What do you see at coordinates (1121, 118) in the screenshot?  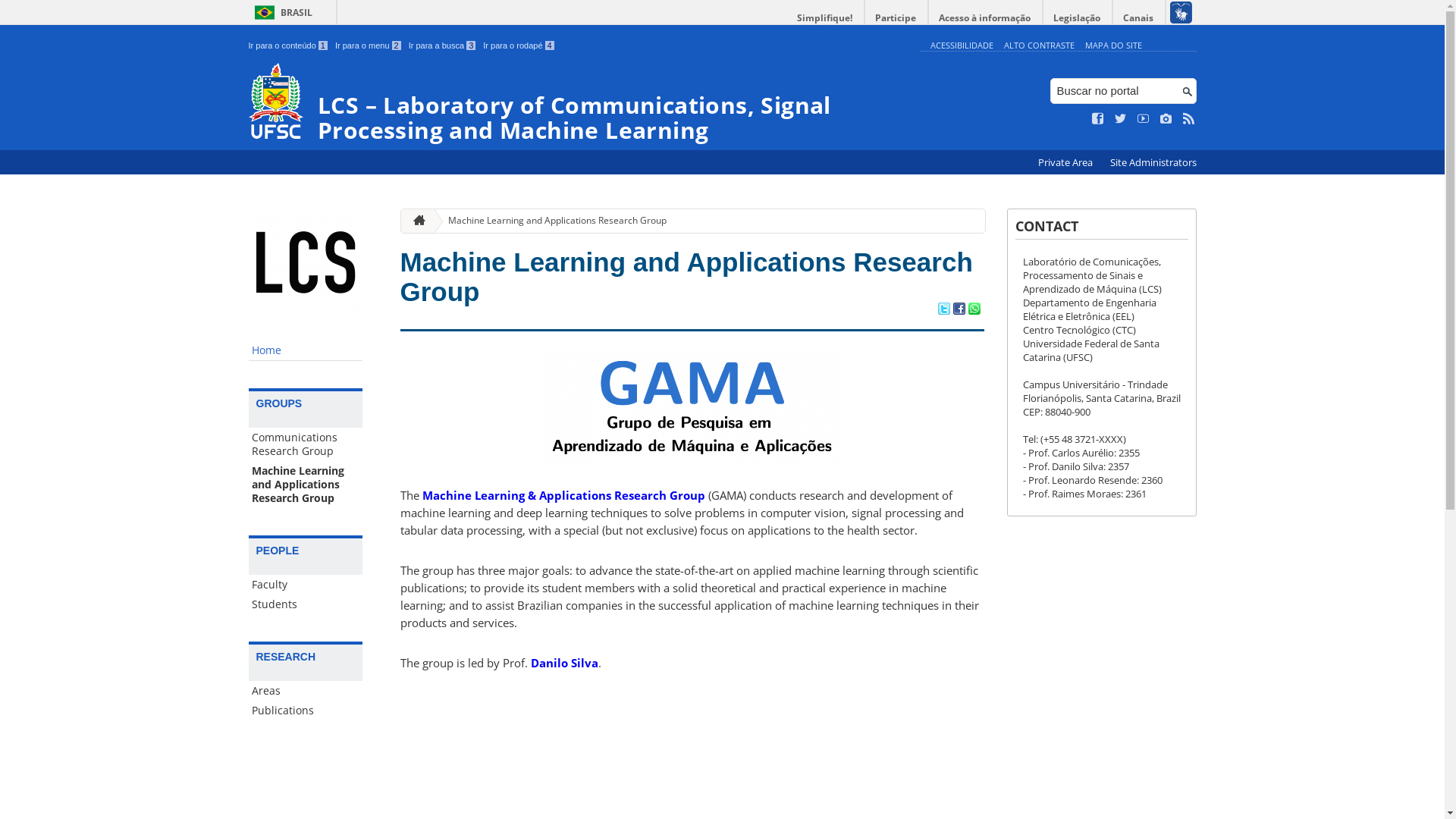 I see `'Siga no Twitter'` at bounding box center [1121, 118].